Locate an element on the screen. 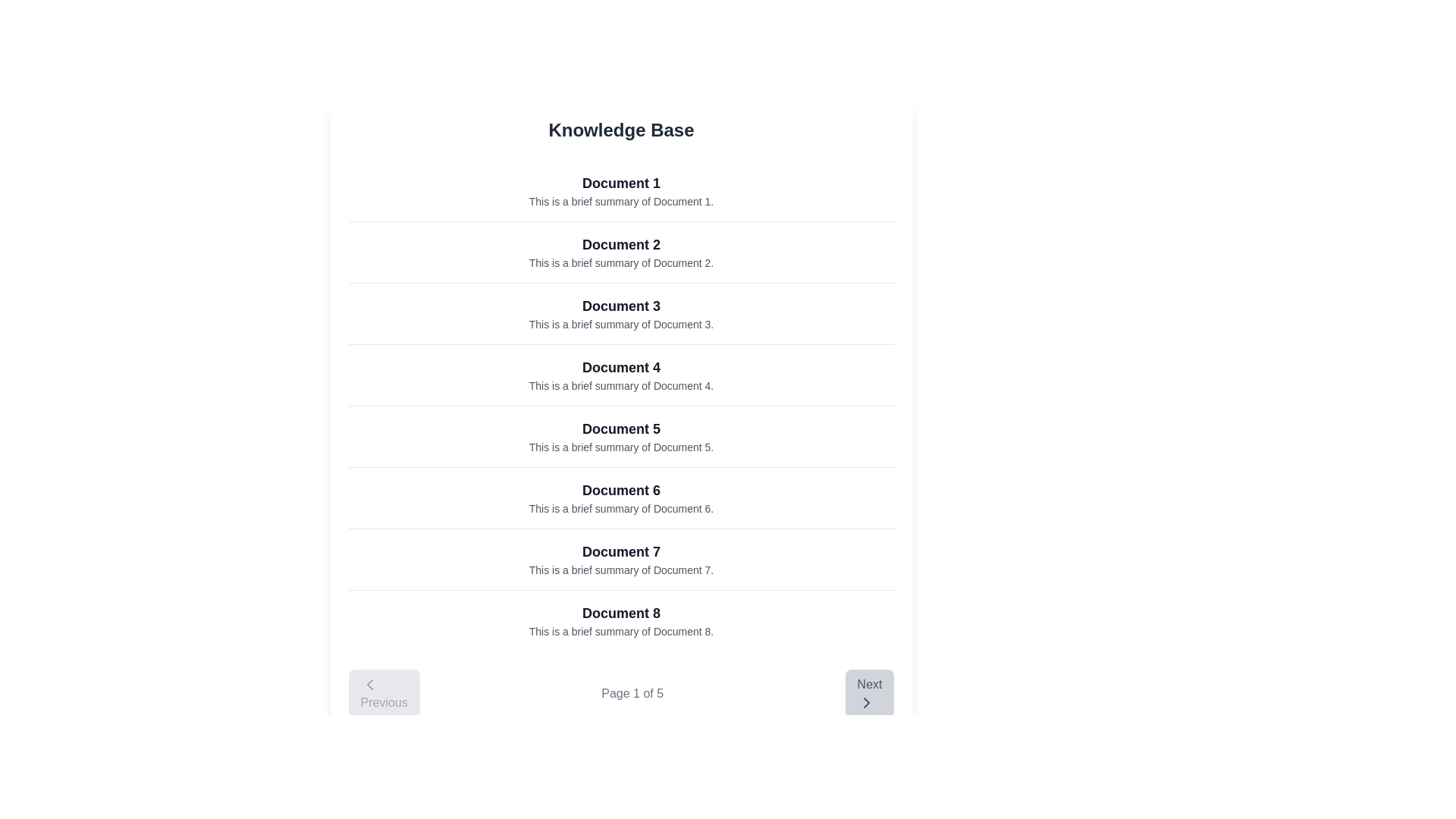 The height and width of the screenshot is (819, 1456). the Text element that provides a brief description for 'Document 6', which is centrally aligned and positioned below the title is located at coordinates (621, 509).